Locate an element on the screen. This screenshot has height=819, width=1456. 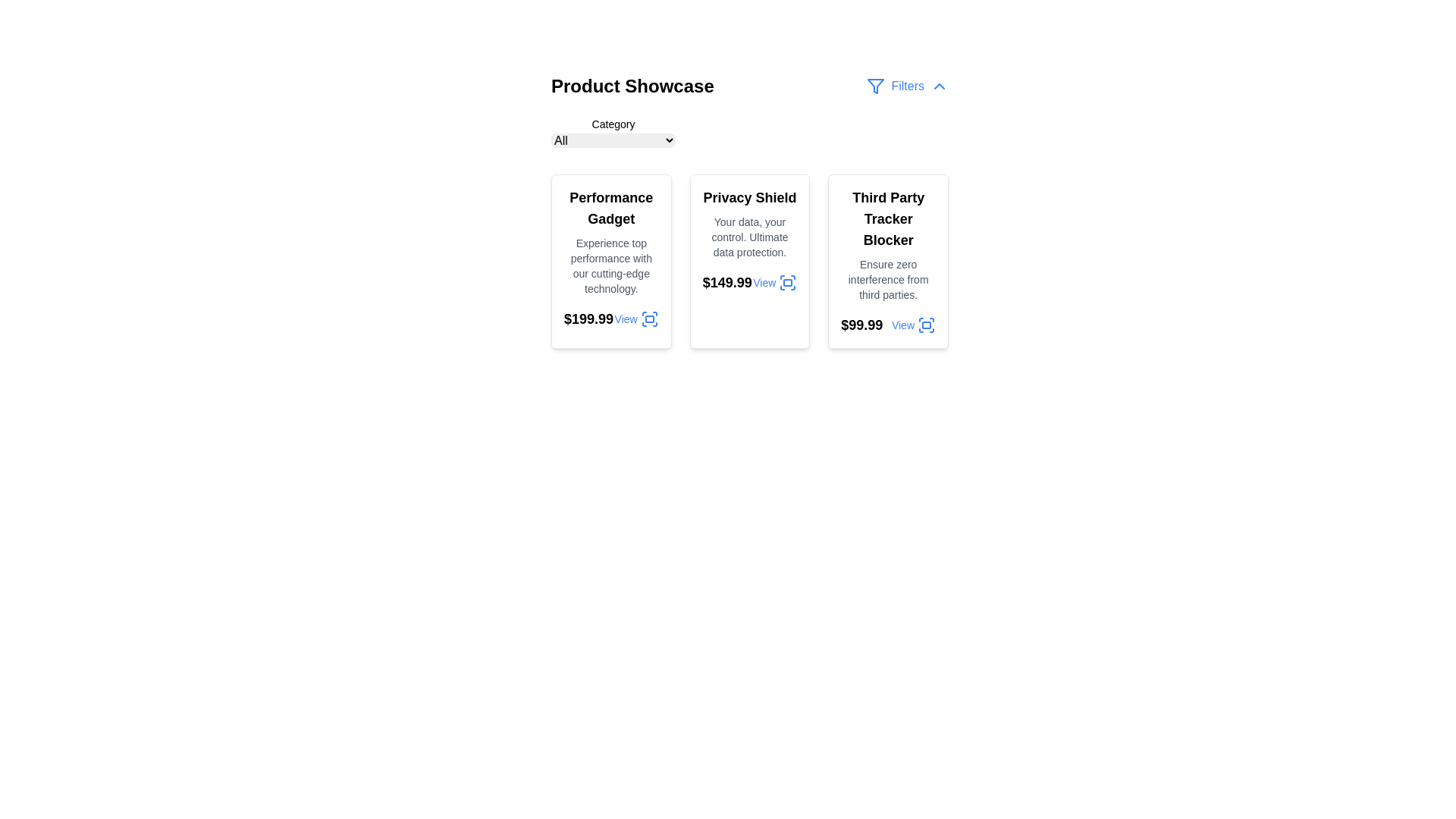
the link in the third card from the left in the horizontally aligned card group is located at coordinates (888, 324).